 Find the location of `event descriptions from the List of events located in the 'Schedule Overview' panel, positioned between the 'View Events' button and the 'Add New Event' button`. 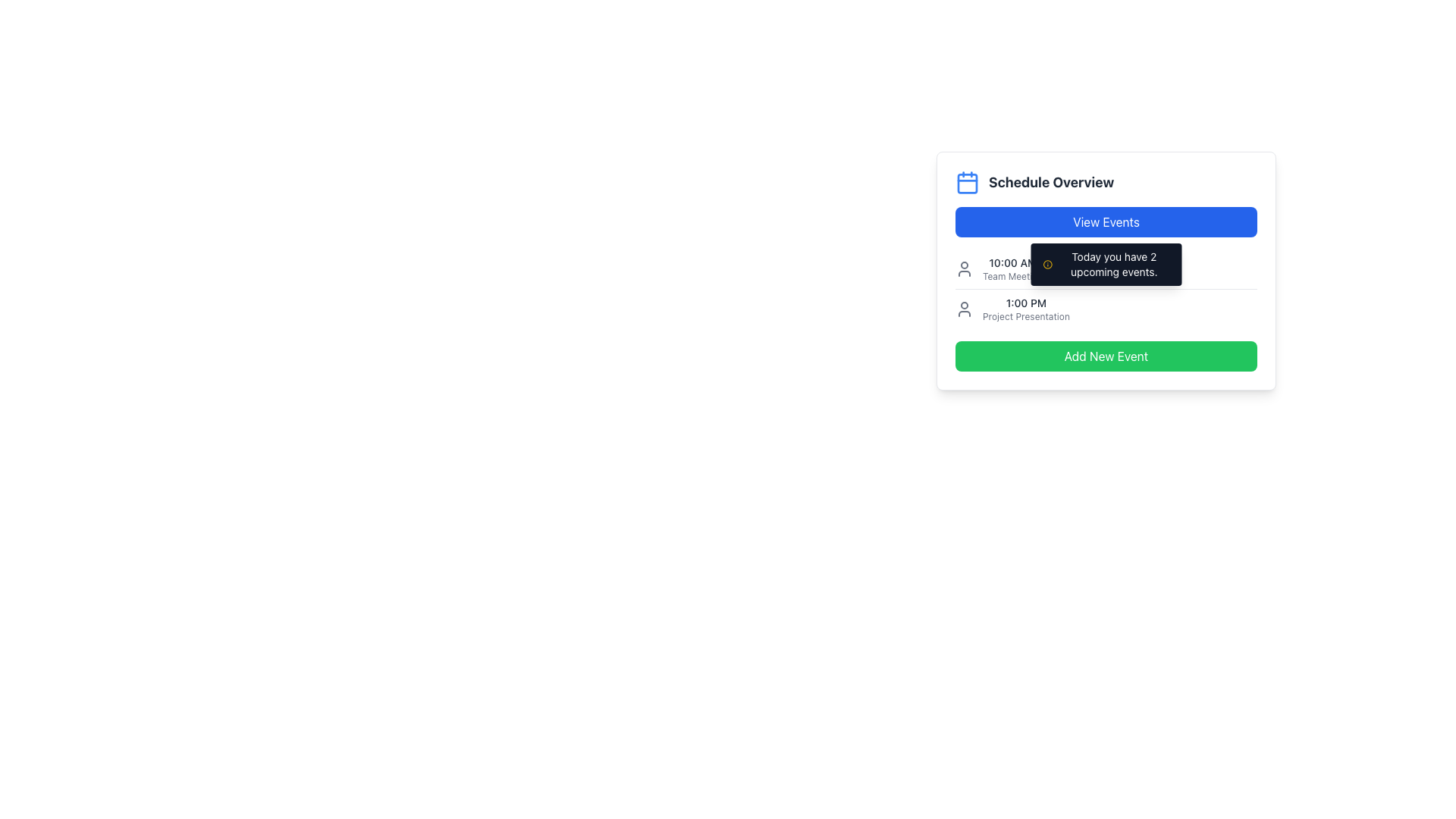

event descriptions from the List of events located in the 'Schedule Overview' panel, positioned between the 'View Events' button and the 'Add New Event' button is located at coordinates (1106, 289).